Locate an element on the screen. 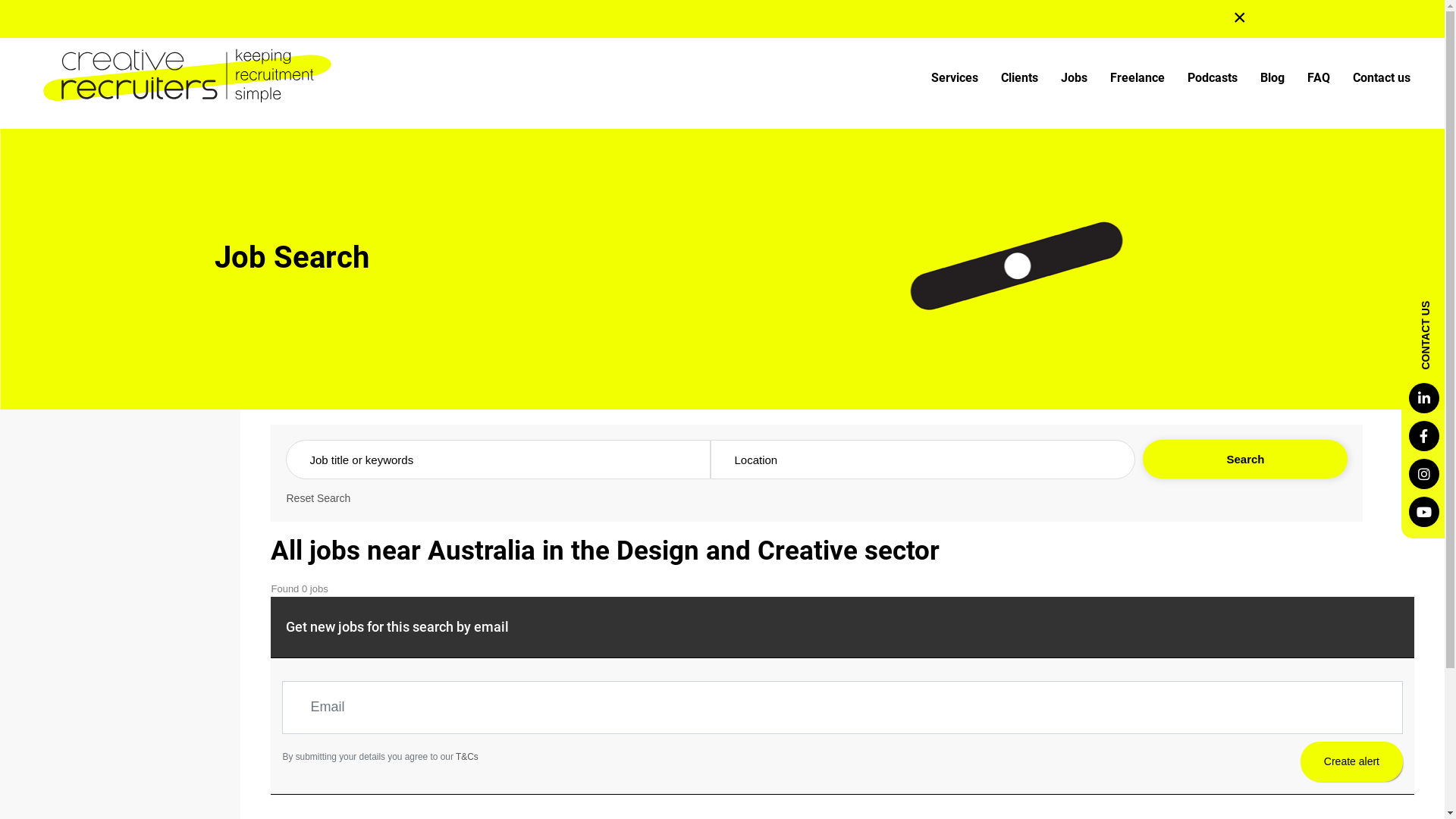  'Reset Search' is located at coordinates (317, 497).